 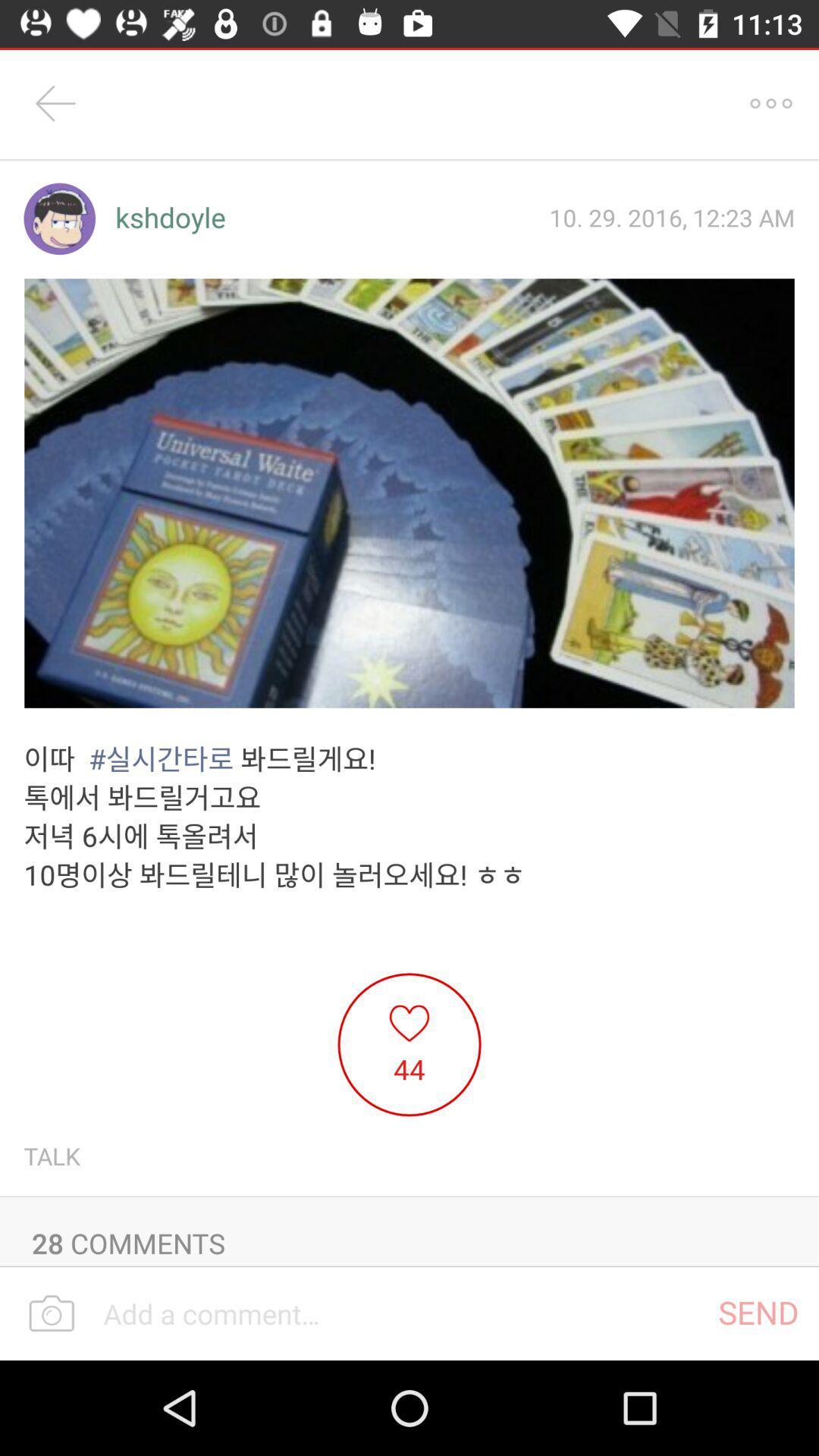 What do you see at coordinates (170, 218) in the screenshot?
I see `kshdoyle` at bounding box center [170, 218].